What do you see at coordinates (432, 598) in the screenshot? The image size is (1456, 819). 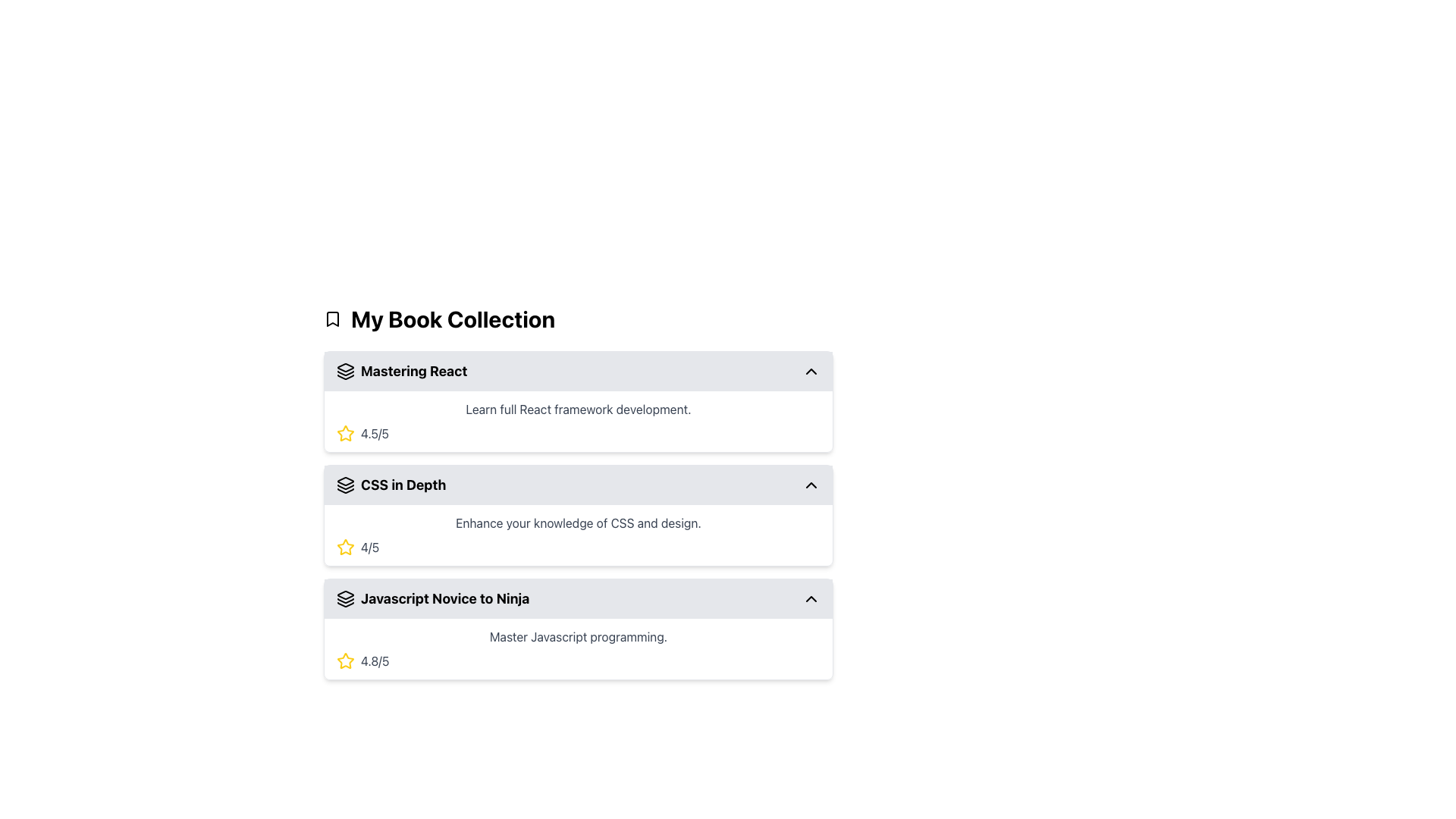 I see `on the title of the book in the third list item's header in the 'My Book Collection' section` at bounding box center [432, 598].